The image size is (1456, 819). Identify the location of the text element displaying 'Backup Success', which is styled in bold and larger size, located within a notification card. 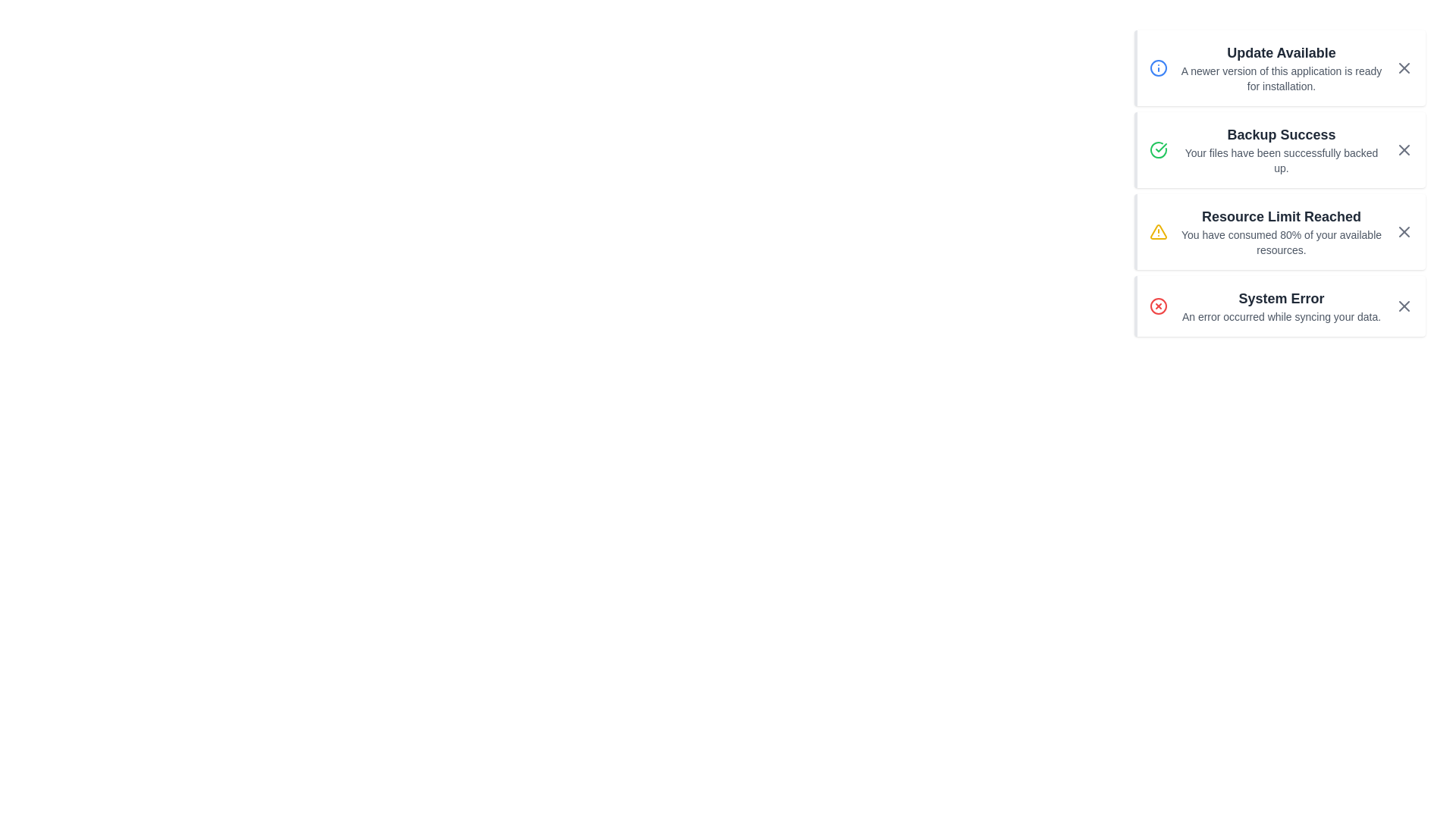
(1280, 133).